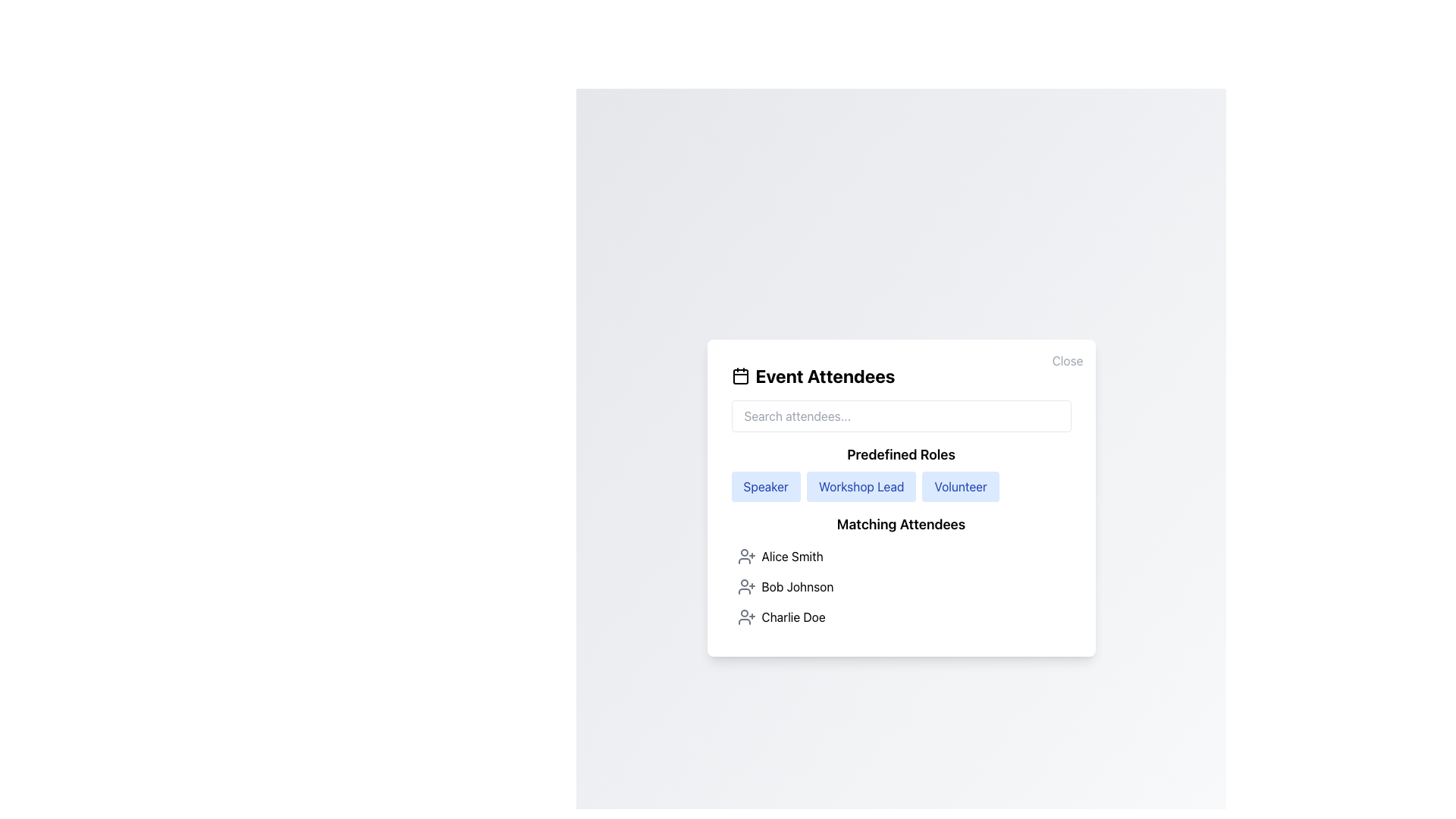 This screenshot has width=1456, height=819. What do you see at coordinates (740, 375) in the screenshot?
I see `the calendar icon located in the top-left corner of the header section of the 'Event Attendees' dialog box, which features a minimalist modern outline and a small grid inside a square frame` at bounding box center [740, 375].